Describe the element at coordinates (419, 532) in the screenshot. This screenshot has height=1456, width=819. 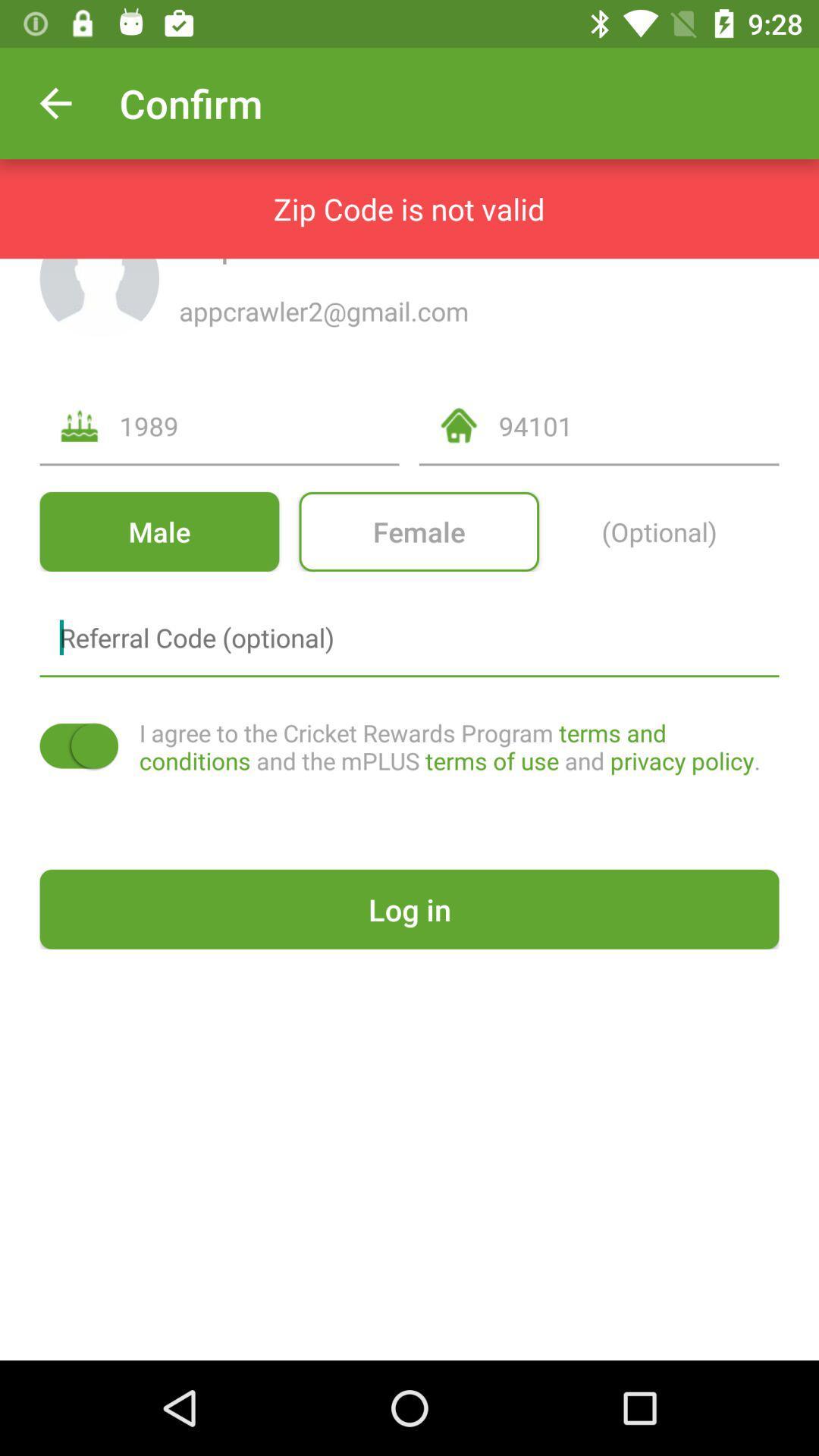
I see `icon next to (optional) item` at that location.